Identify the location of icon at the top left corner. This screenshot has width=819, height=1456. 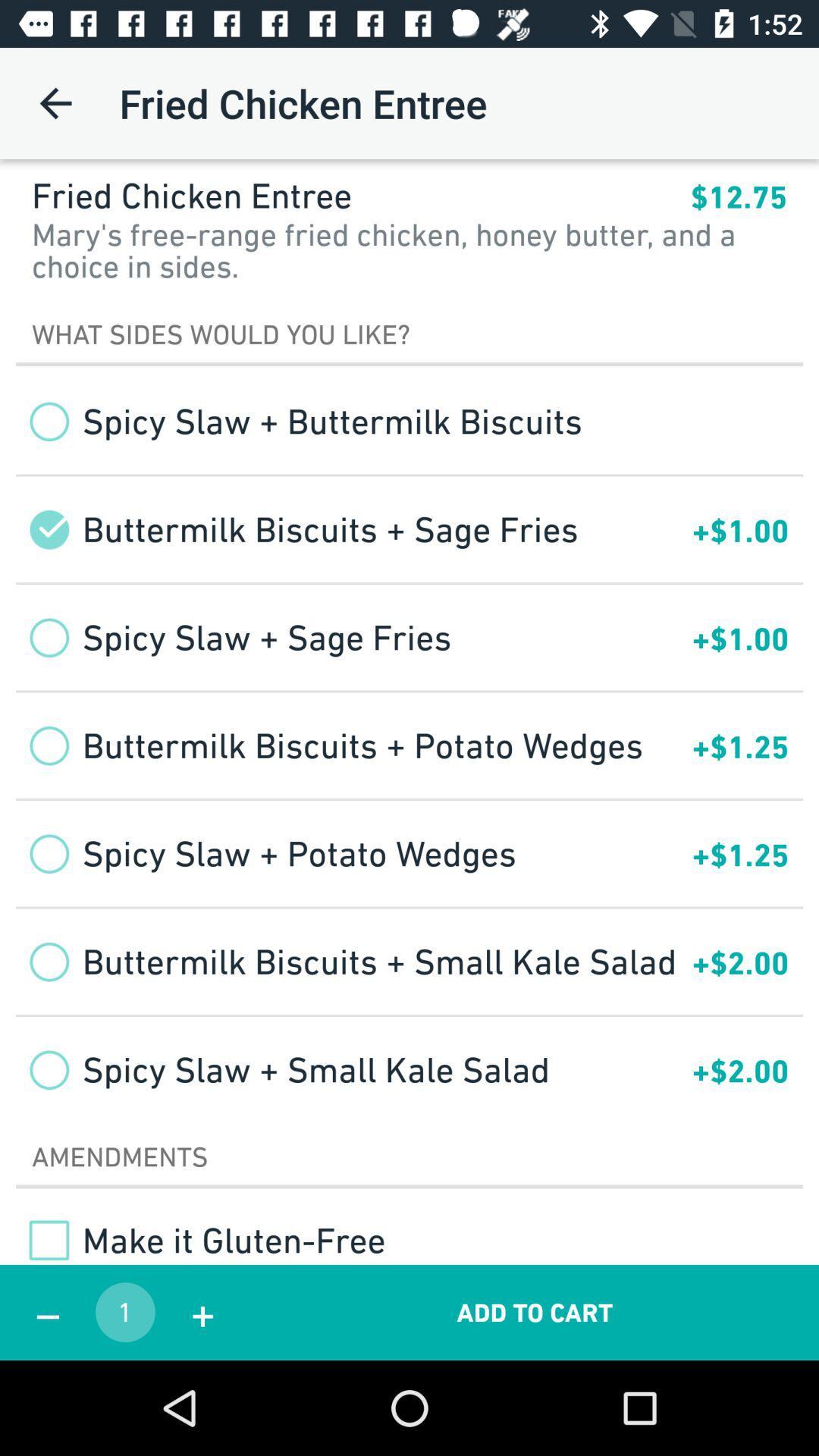
(55, 102).